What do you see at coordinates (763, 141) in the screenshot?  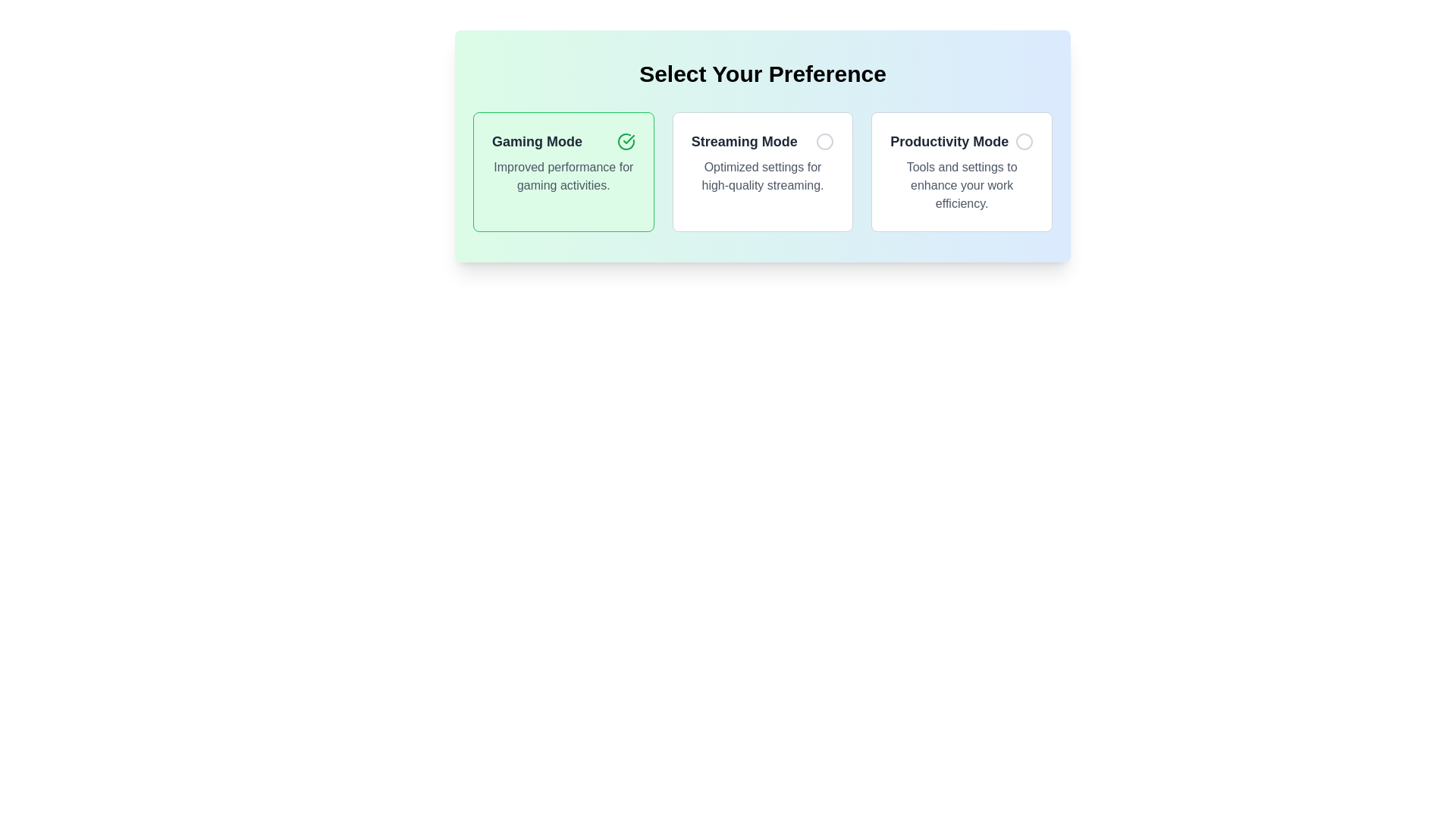 I see `the 'Streaming Mode' label or its accompanying icon, which is part of a card-like section displaying the text in bold, dark gray font and a circular icon outlined in light gray` at bounding box center [763, 141].